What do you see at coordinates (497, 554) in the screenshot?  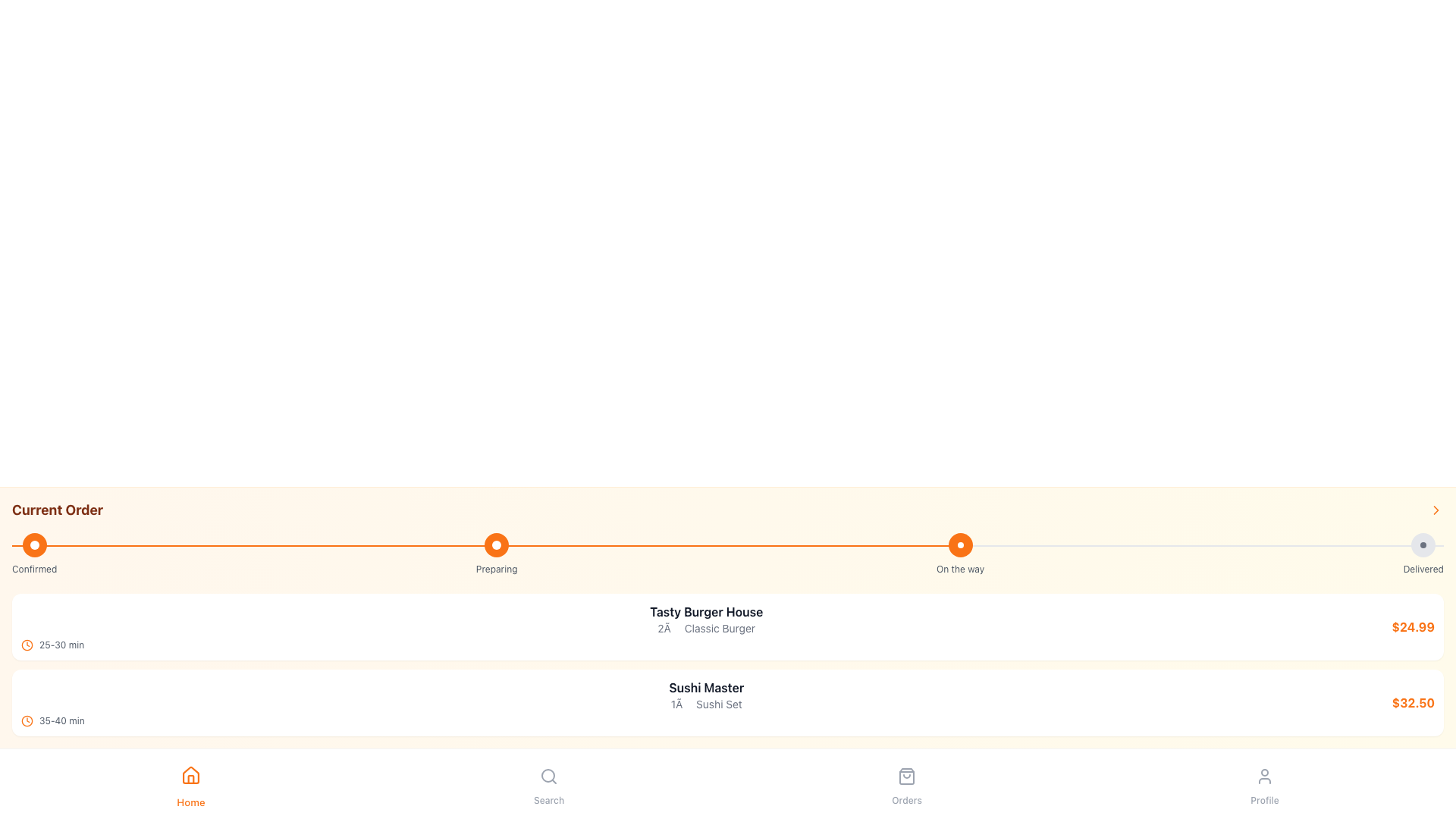 I see `the circular orange status indicator with the text 'Preparing' below it, which is the second element in a sequence of four status indicators` at bounding box center [497, 554].